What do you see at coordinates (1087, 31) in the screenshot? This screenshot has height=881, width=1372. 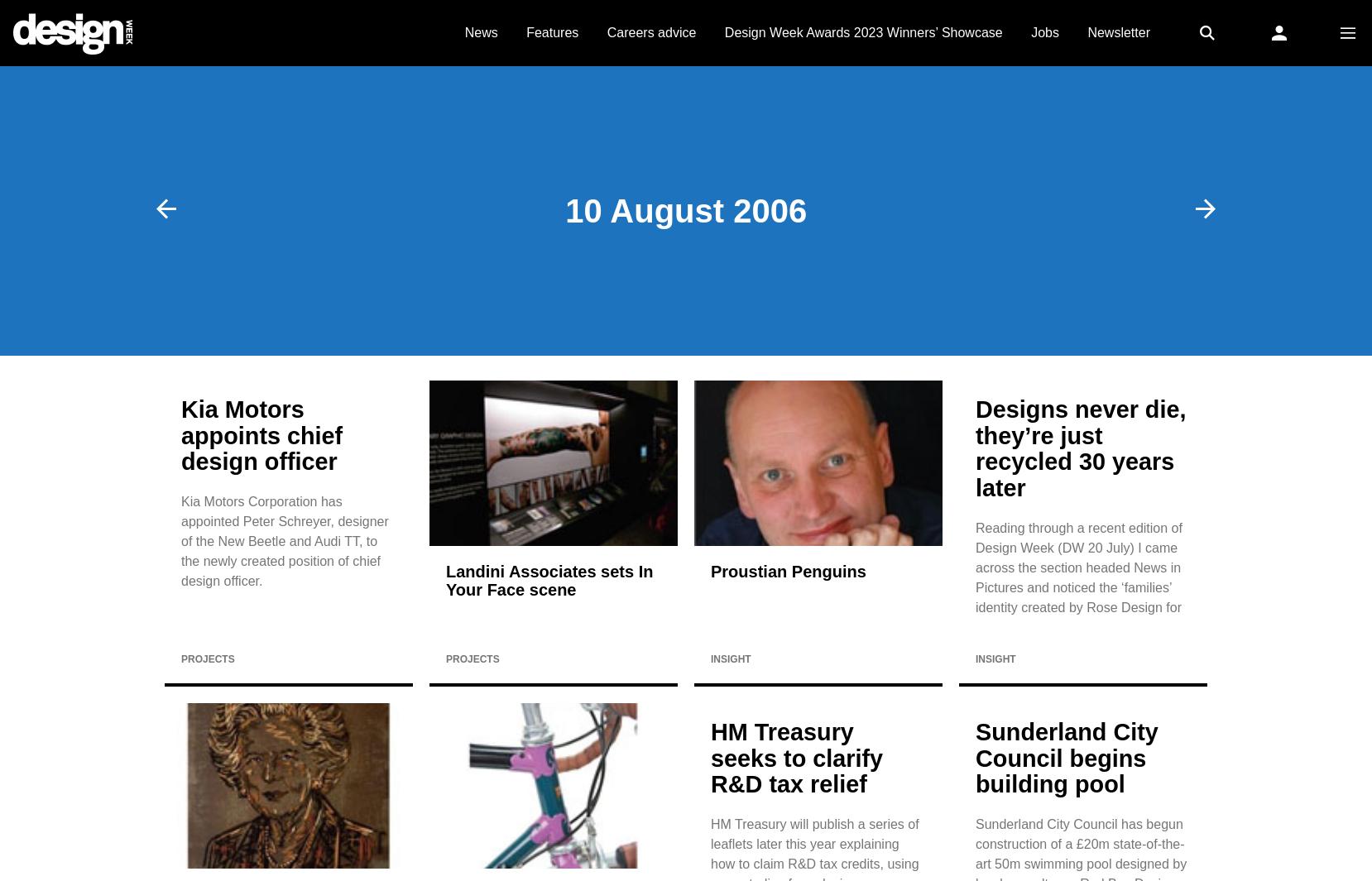 I see `'Newsletter'` at bounding box center [1087, 31].